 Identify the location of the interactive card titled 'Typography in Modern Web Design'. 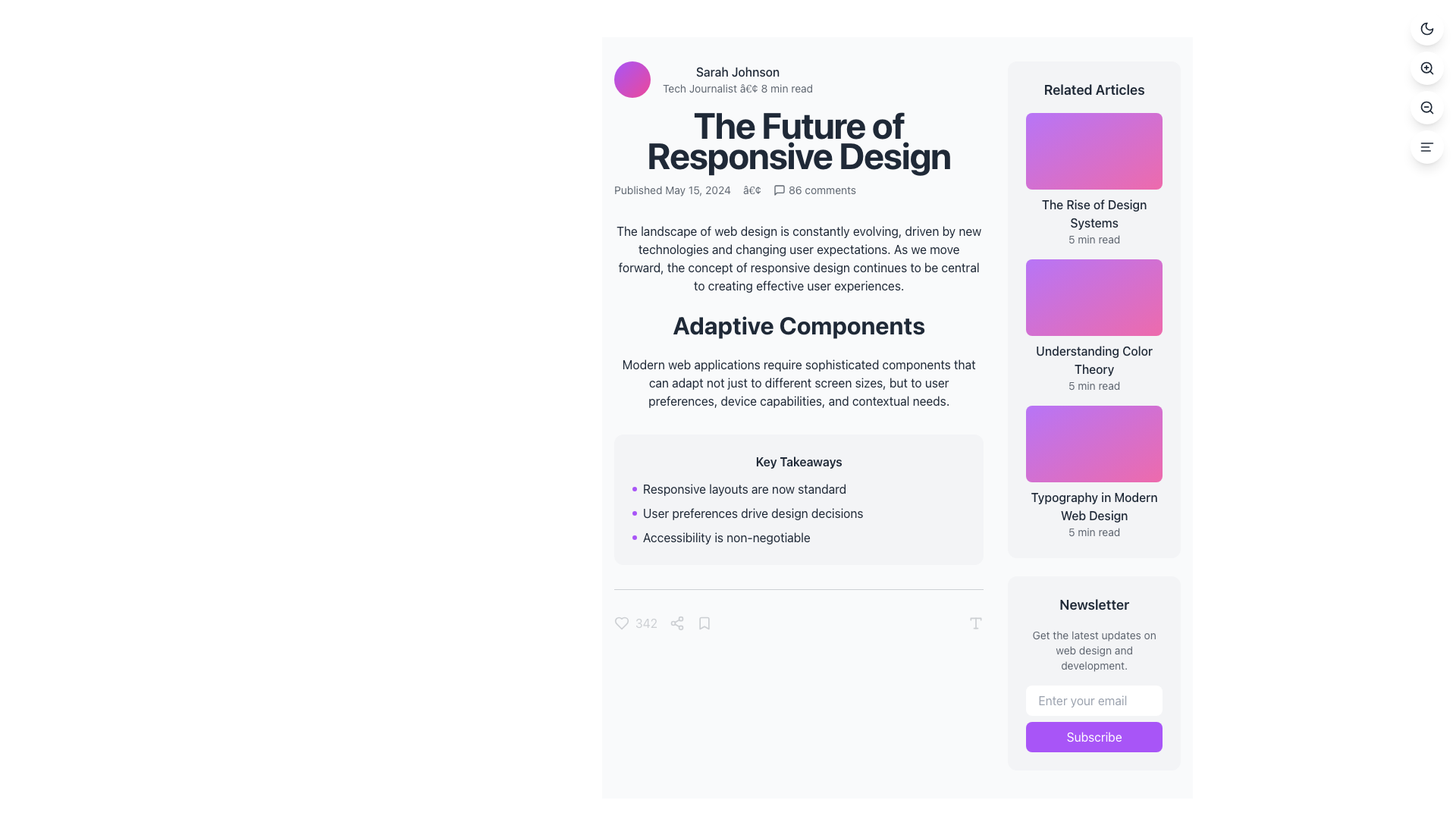
(1094, 472).